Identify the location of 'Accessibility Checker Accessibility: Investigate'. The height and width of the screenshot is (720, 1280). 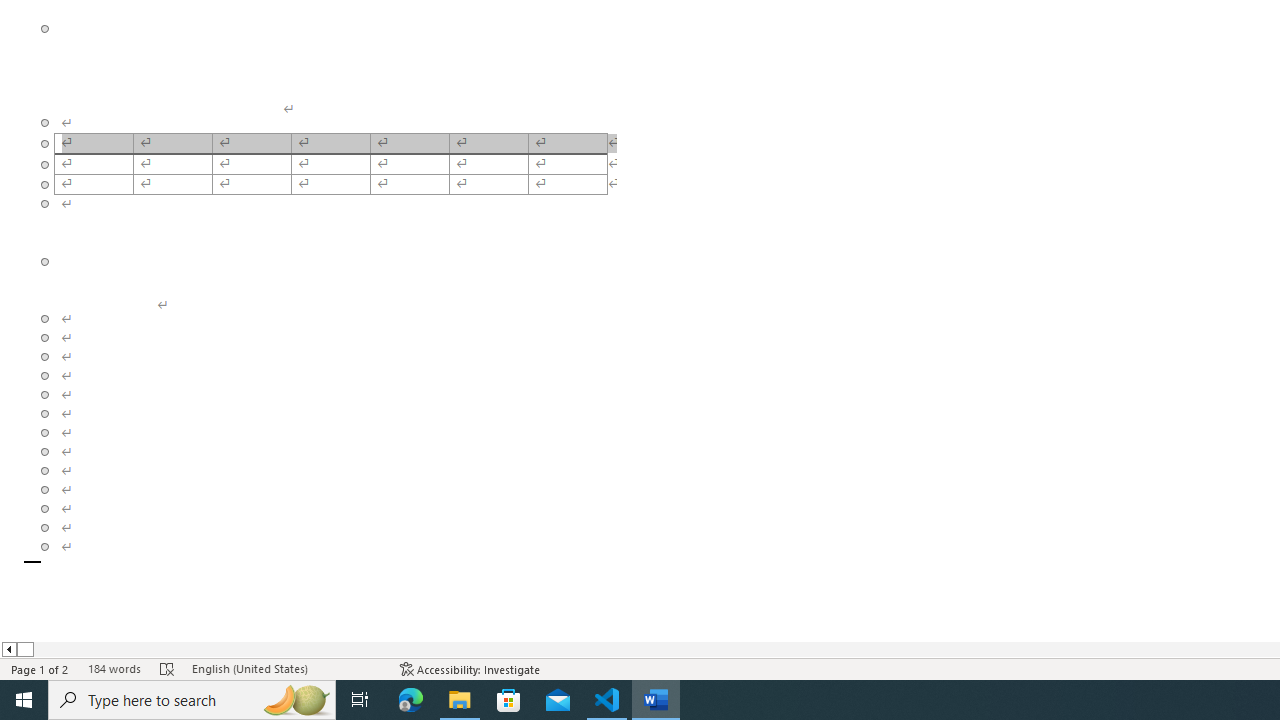
(469, 669).